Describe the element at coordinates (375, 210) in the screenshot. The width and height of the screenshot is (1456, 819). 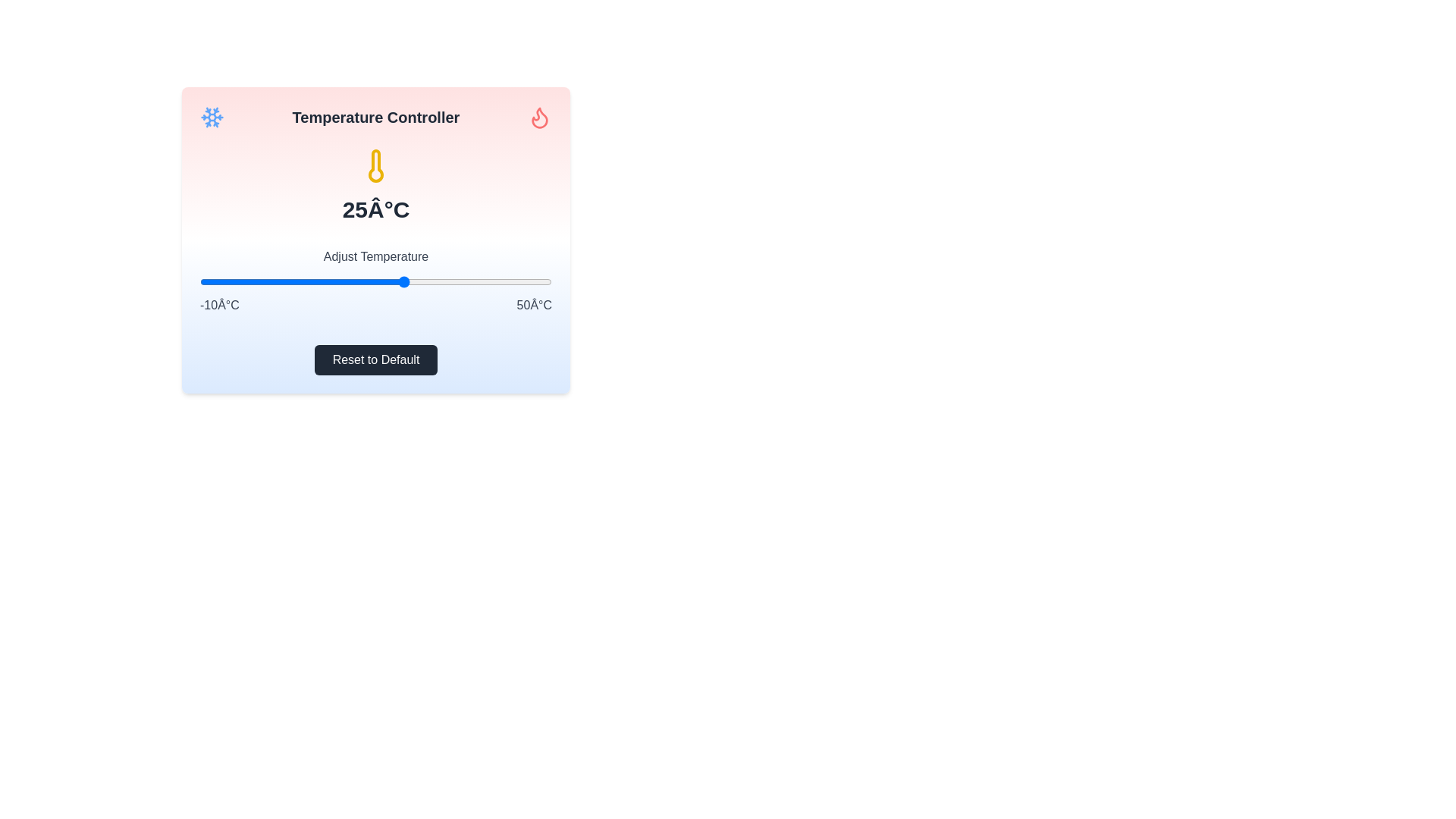
I see `the temperature text to select it` at that location.